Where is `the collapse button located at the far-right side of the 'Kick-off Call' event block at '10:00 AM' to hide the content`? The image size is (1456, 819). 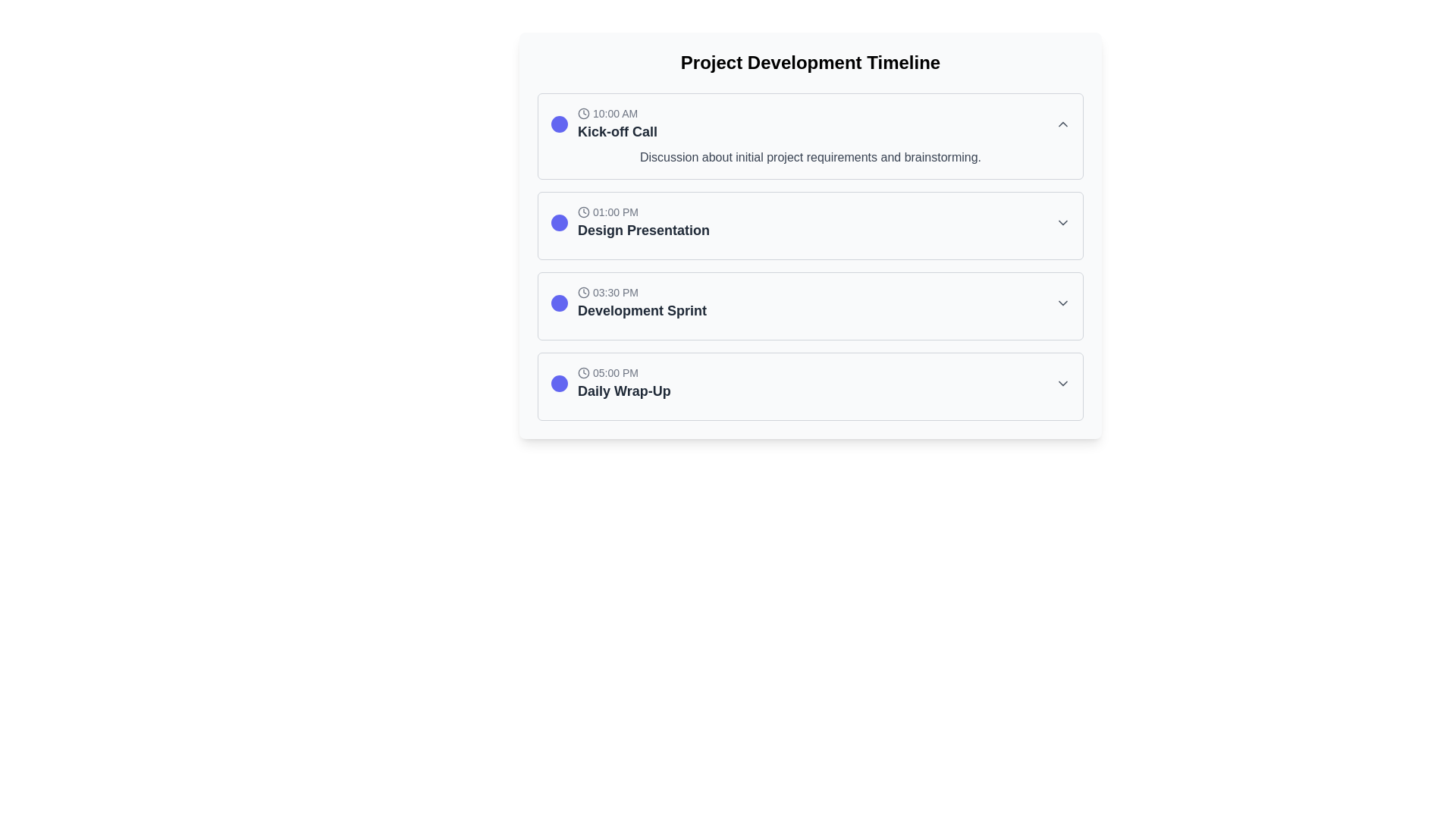 the collapse button located at the far-right side of the 'Kick-off Call' event block at '10:00 AM' to hide the content is located at coordinates (1062, 124).